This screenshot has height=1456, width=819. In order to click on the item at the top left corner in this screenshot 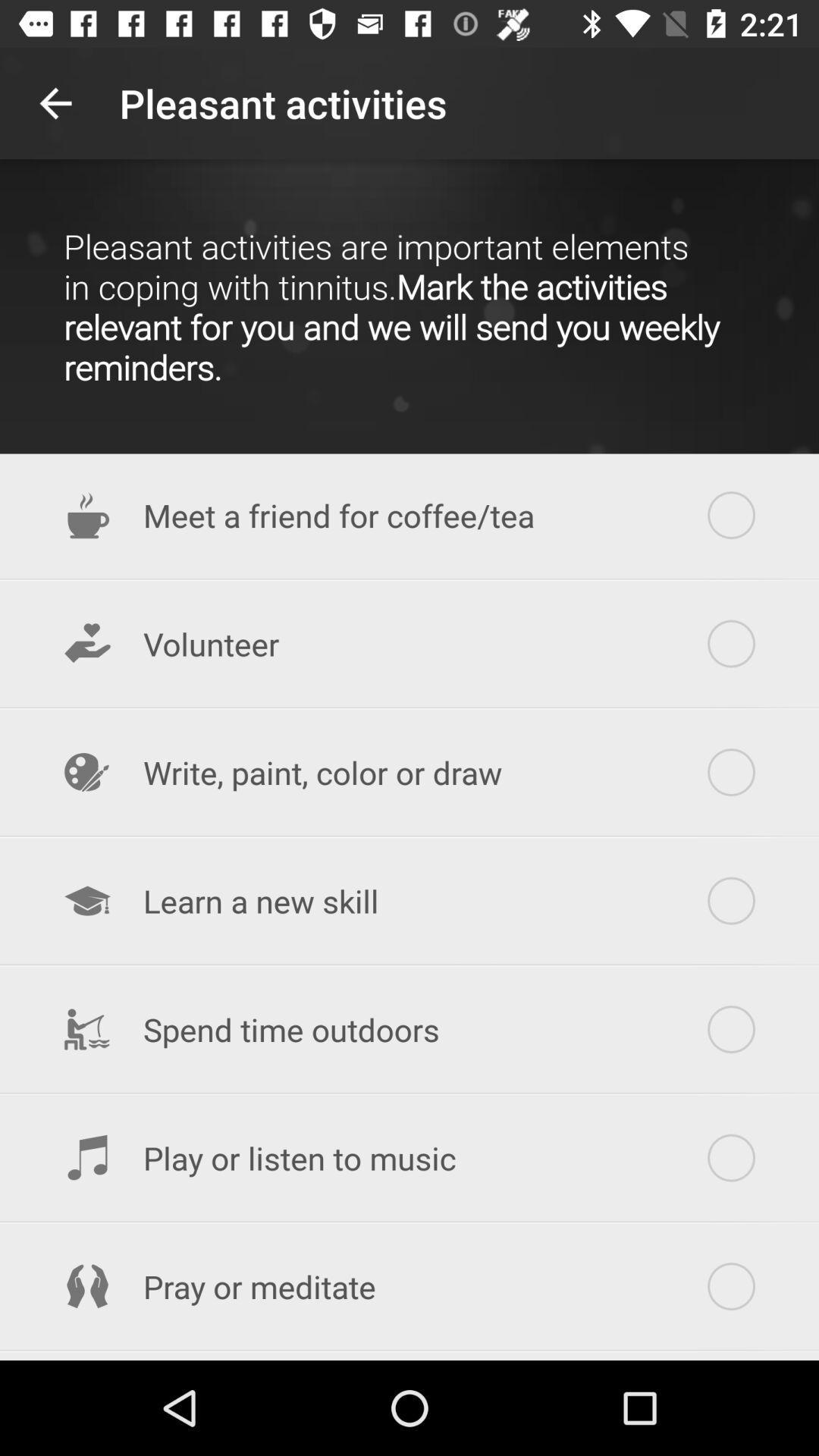, I will do `click(55, 102)`.